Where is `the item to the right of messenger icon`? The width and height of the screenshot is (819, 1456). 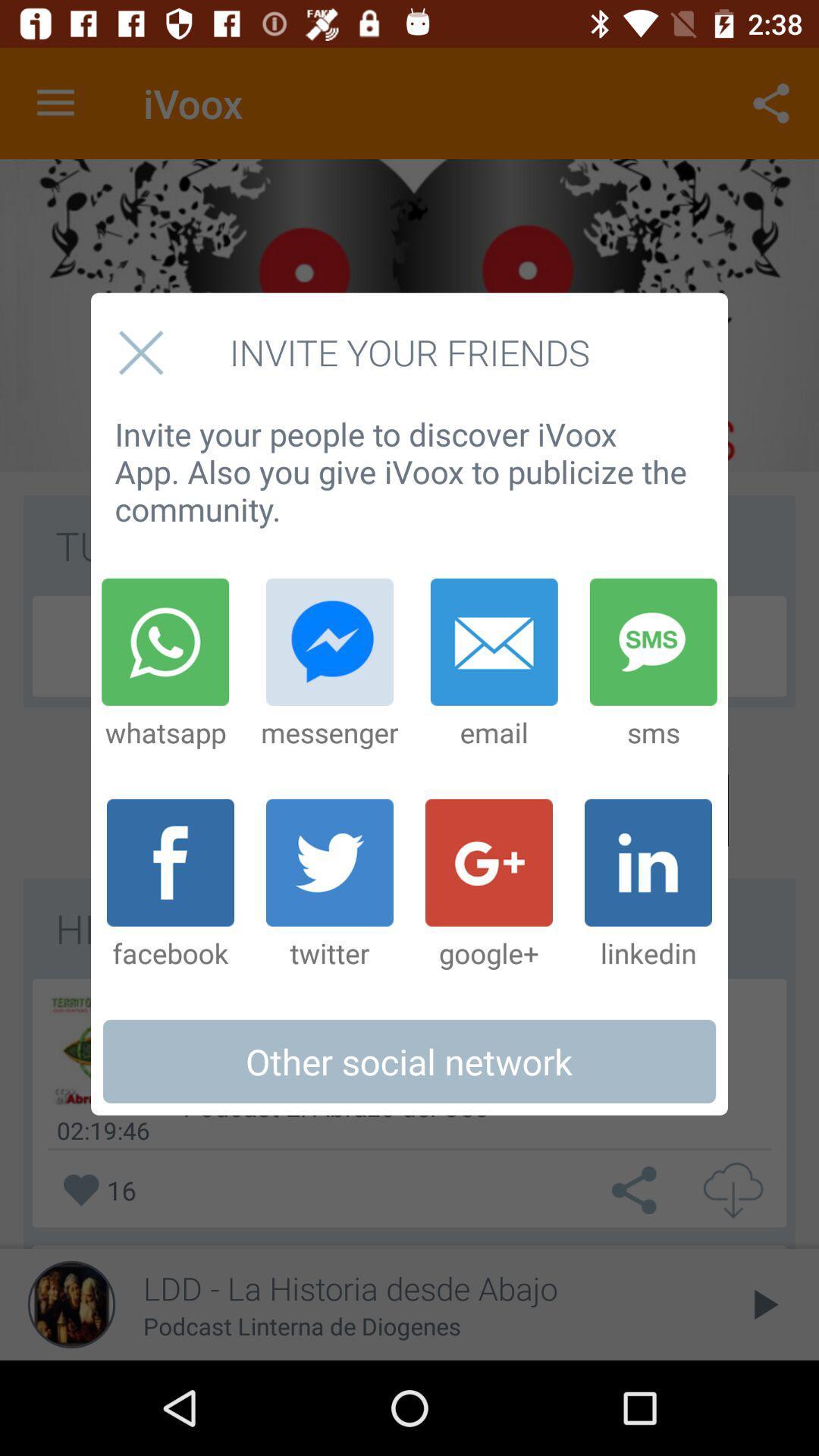 the item to the right of messenger icon is located at coordinates (494, 664).